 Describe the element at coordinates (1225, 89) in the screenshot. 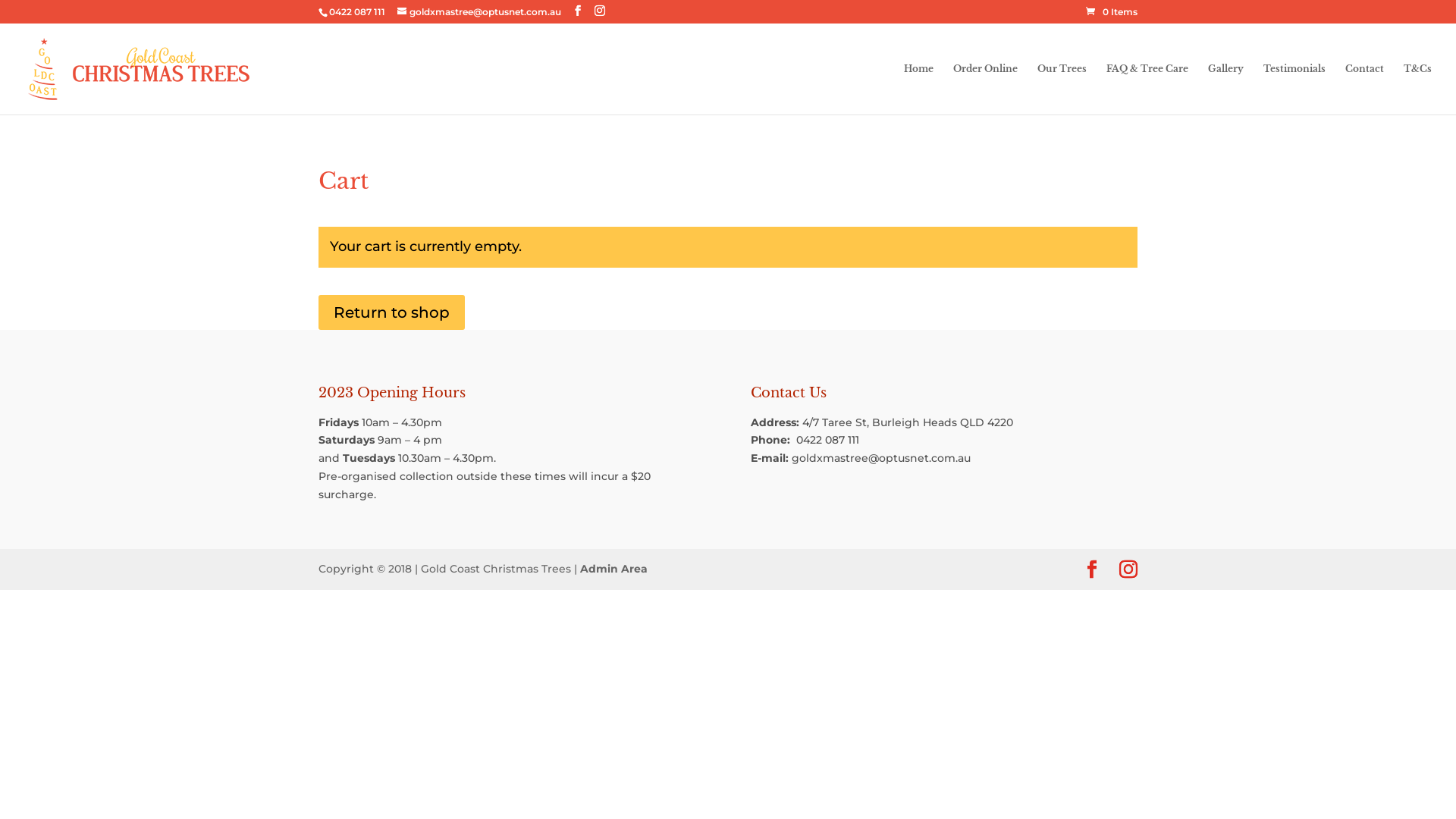

I see `'Gallery'` at that location.